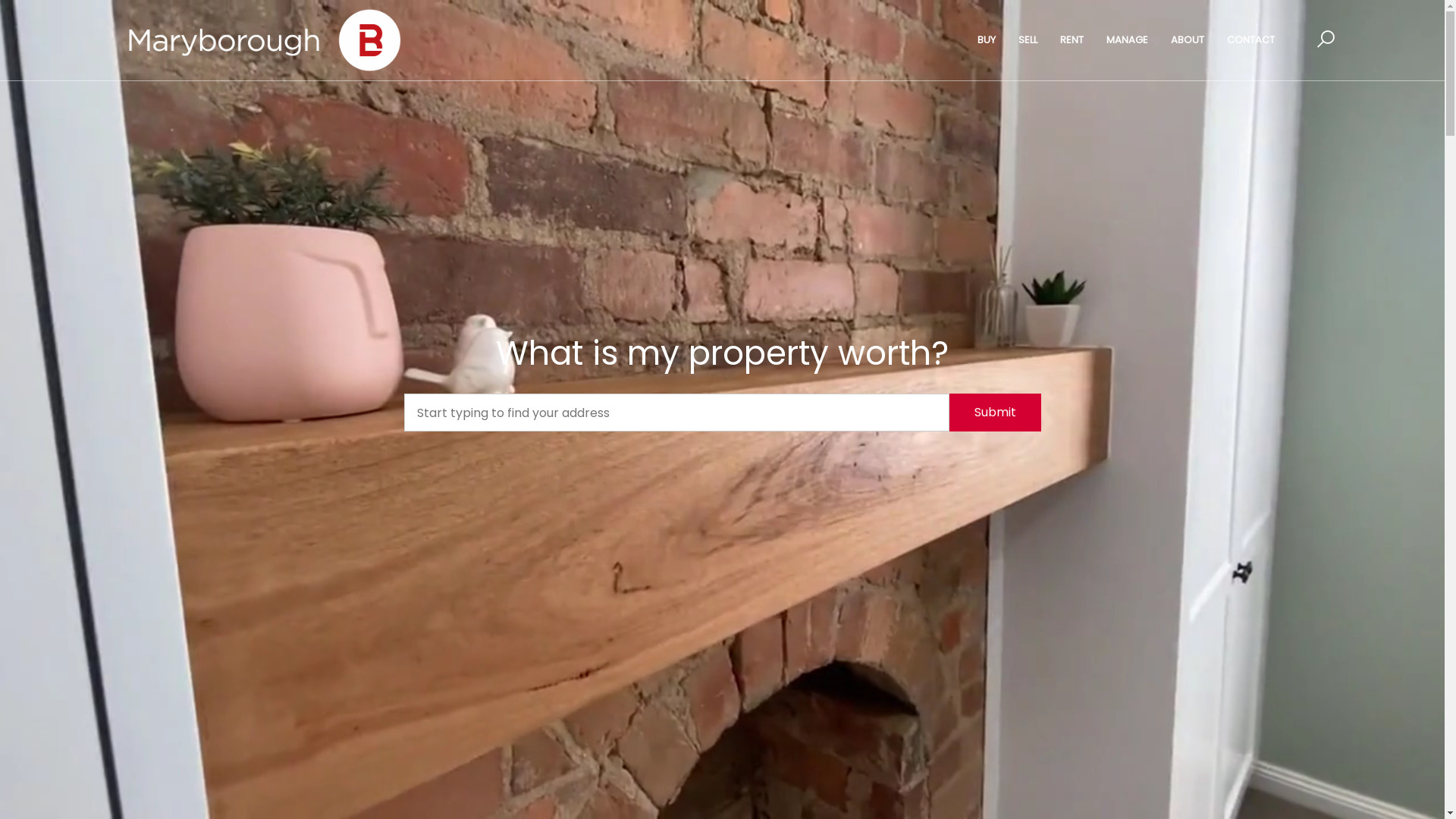 This screenshot has width=1456, height=819. Describe the element at coordinates (1096, 39) in the screenshot. I see `'MANAGE'` at that location.